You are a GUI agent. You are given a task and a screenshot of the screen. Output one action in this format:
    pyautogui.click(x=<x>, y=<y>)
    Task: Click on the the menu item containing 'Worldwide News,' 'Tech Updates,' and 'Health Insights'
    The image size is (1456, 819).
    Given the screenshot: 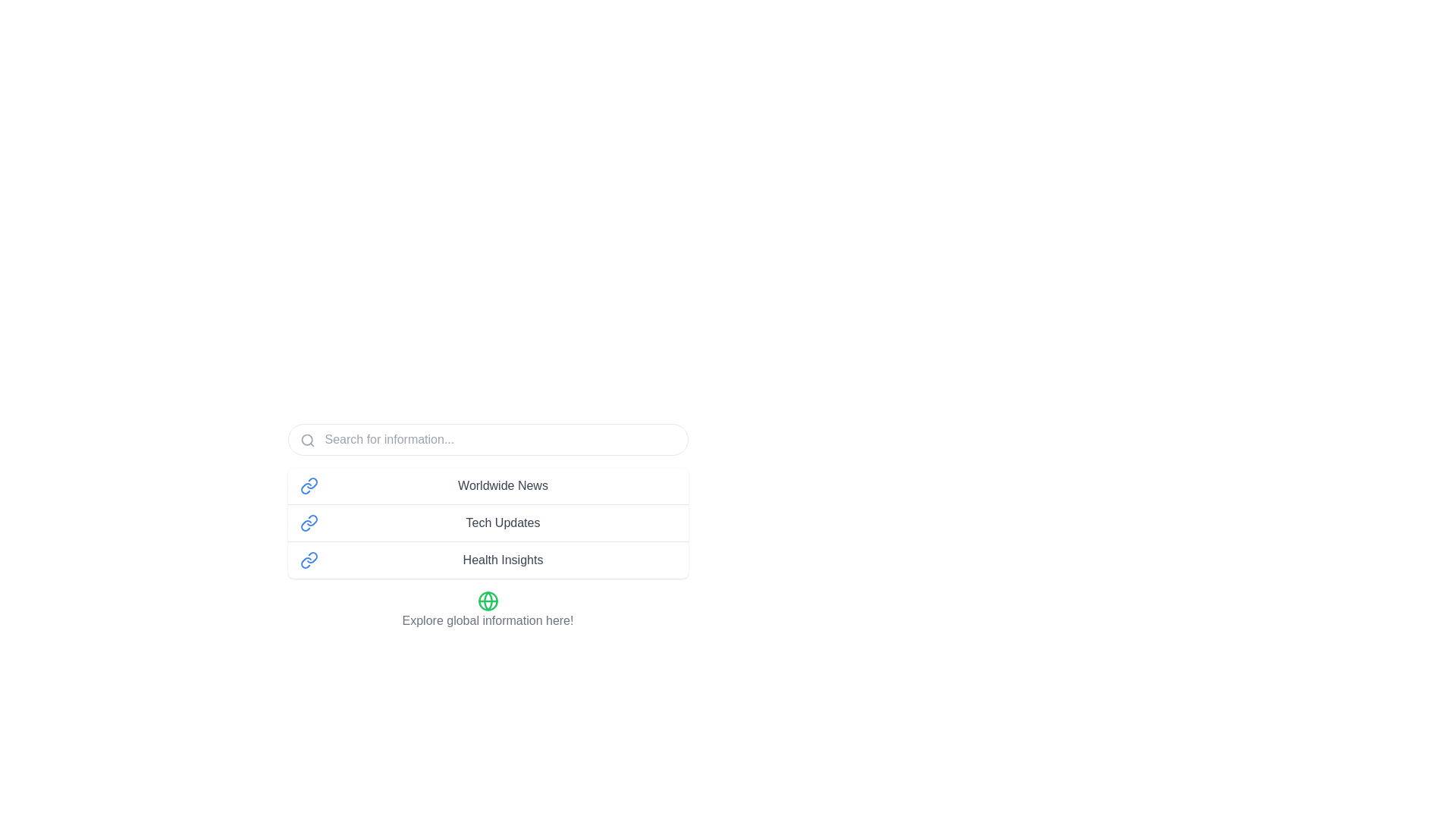 What is the action you would take?
    pyautogui.click(x=488, y=534)
    